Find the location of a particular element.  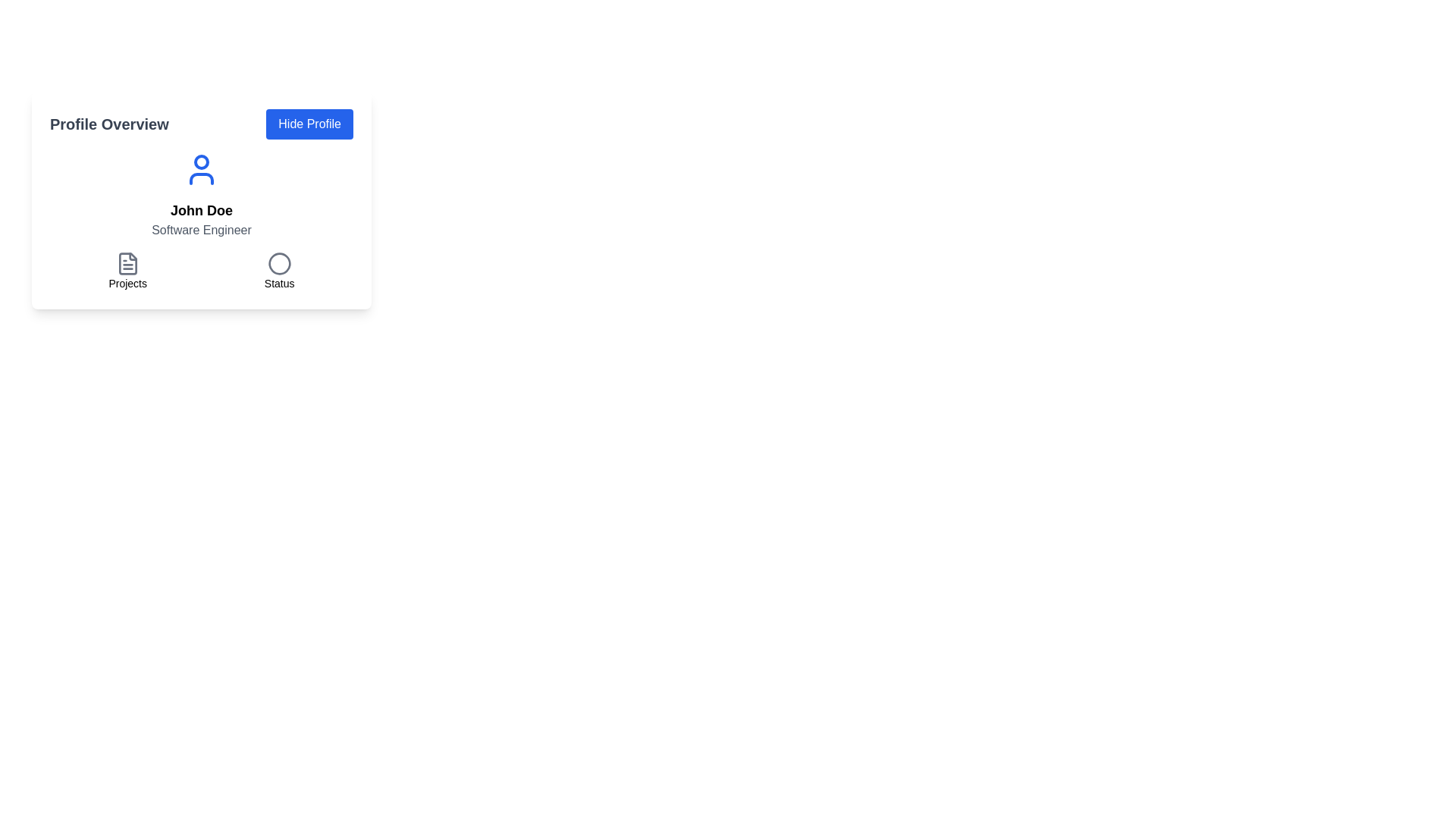

the small file/document icon with a grayscale color scheme, which is positioned above the 'Projects' label is located at coordinates (127, 262).